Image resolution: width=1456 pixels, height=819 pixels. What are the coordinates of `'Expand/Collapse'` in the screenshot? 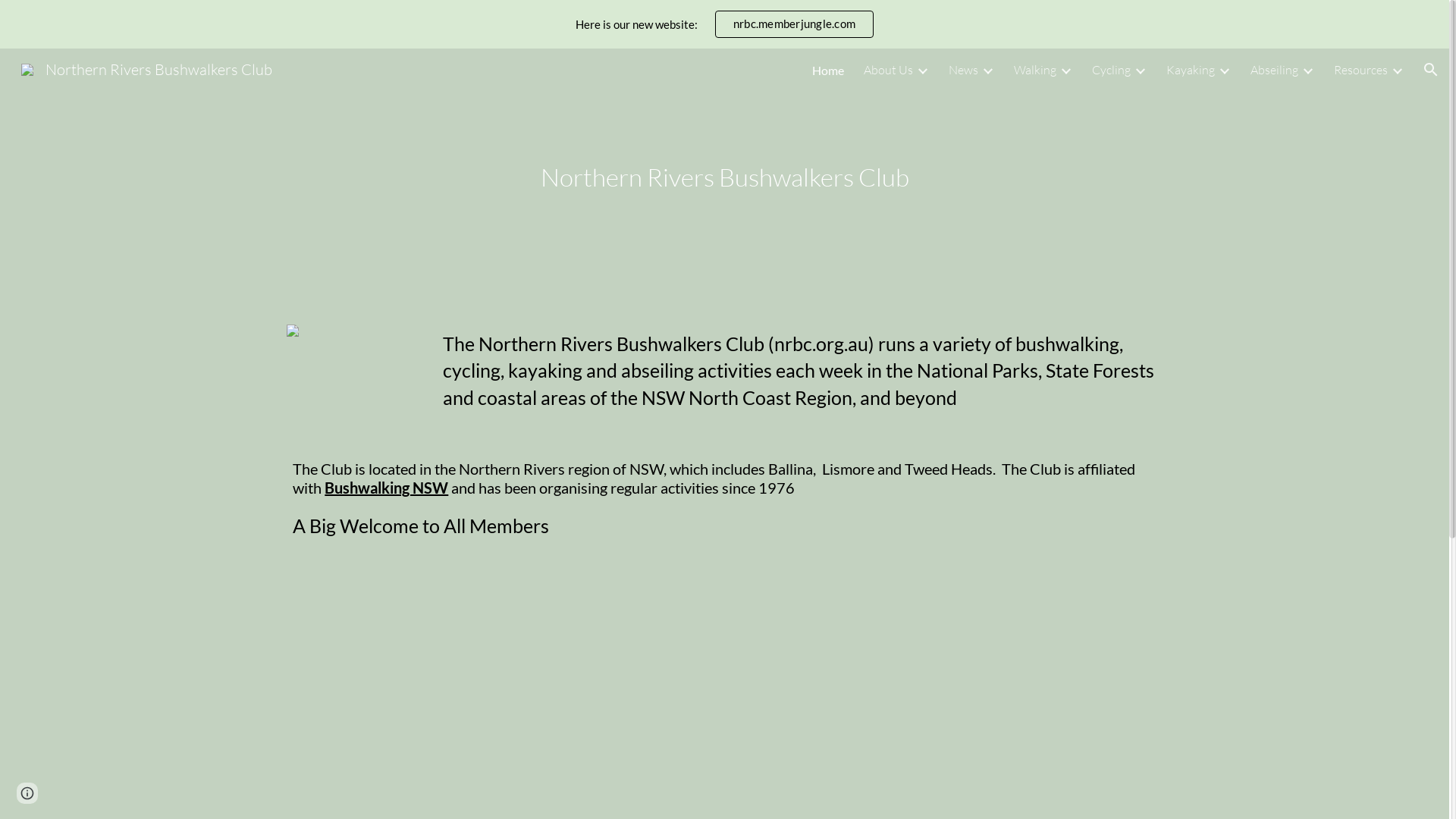 It's located at (1065, 70).